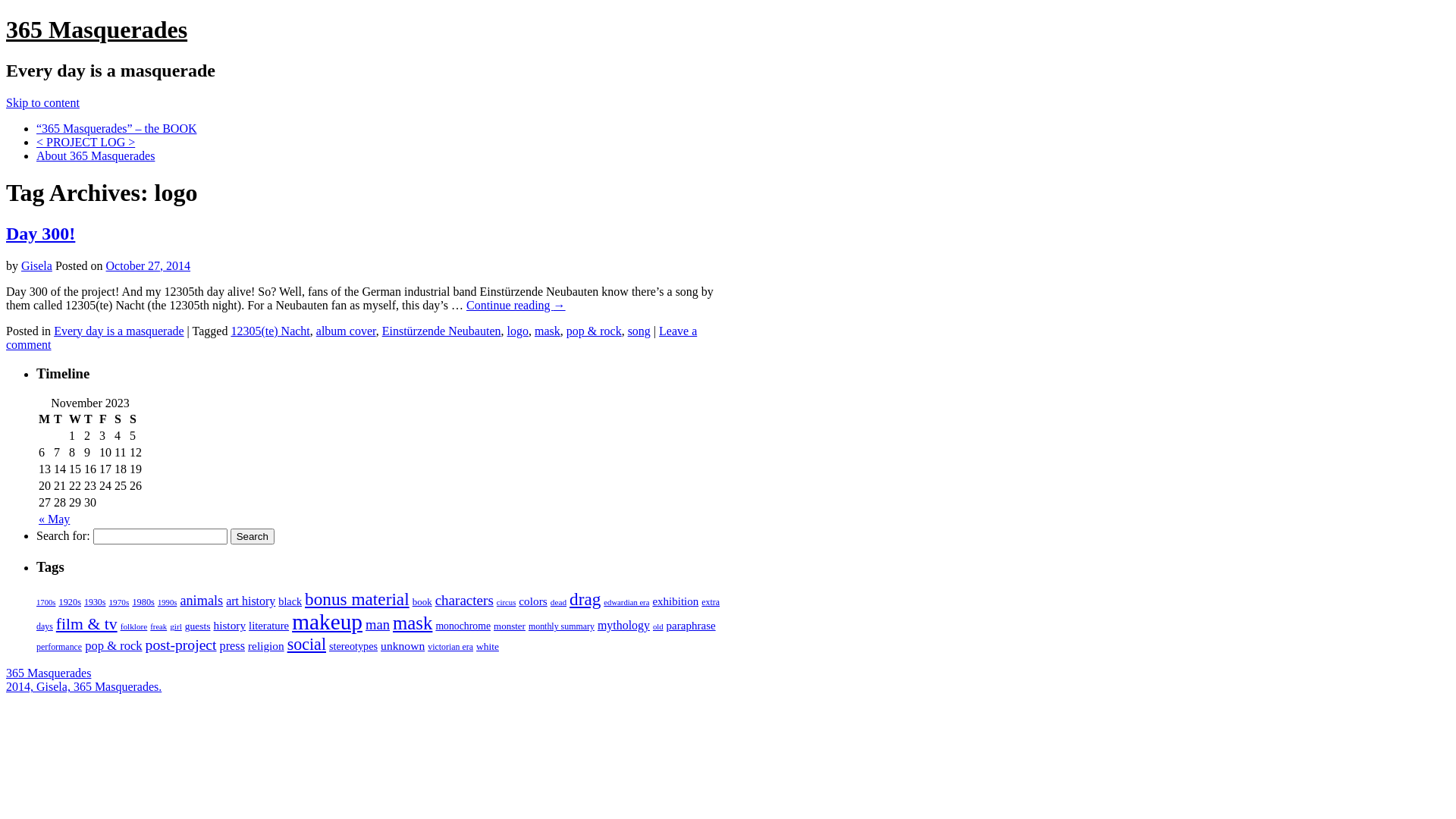  What do you see at coordinates (175, 626) in the screenshot?
I see `'girl'` at bounding box center [175, 626].